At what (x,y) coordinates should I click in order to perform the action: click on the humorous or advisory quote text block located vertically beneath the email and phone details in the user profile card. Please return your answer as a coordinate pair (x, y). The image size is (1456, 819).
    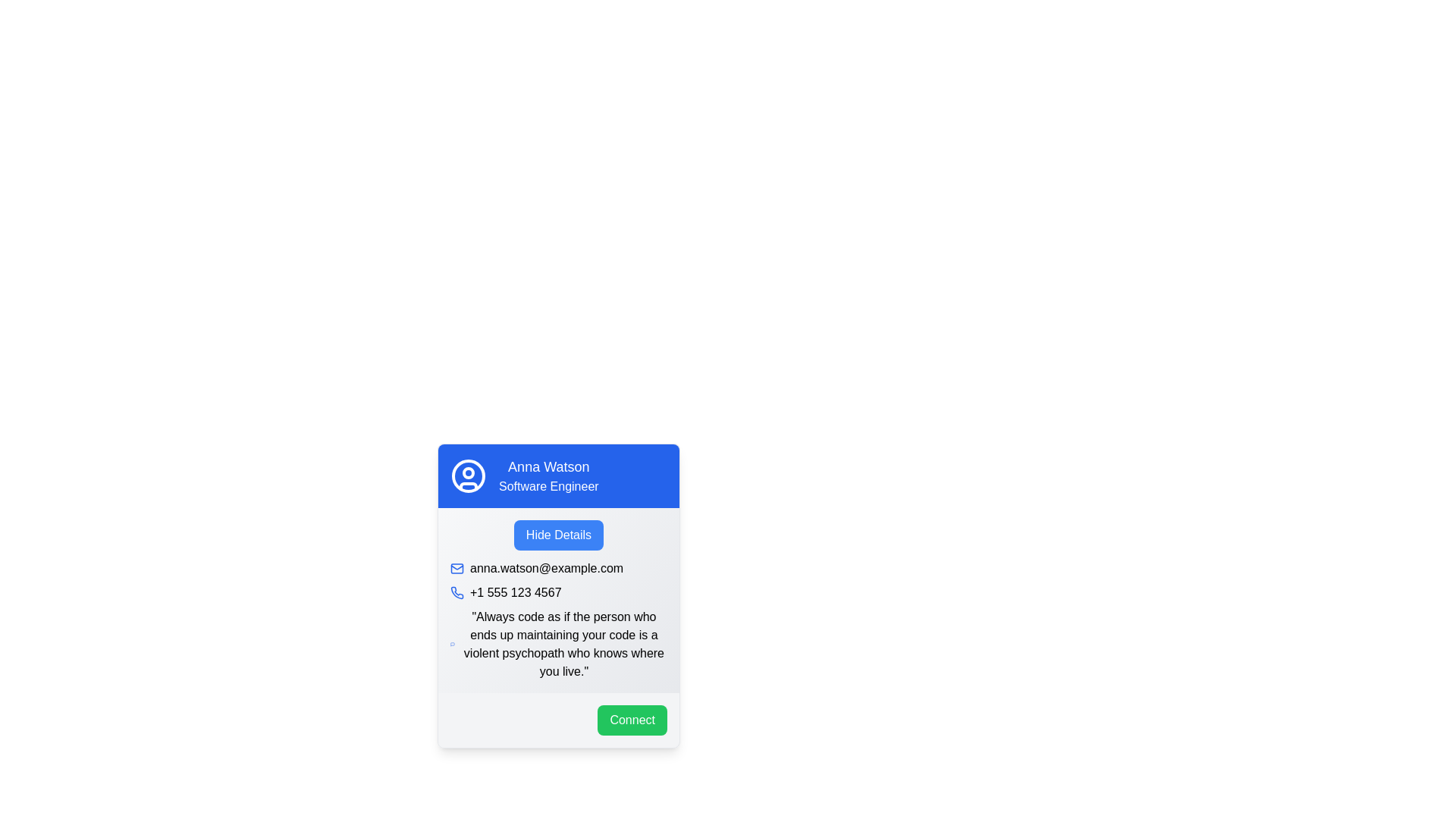
    Looking at the image, I should click on (558, 604).